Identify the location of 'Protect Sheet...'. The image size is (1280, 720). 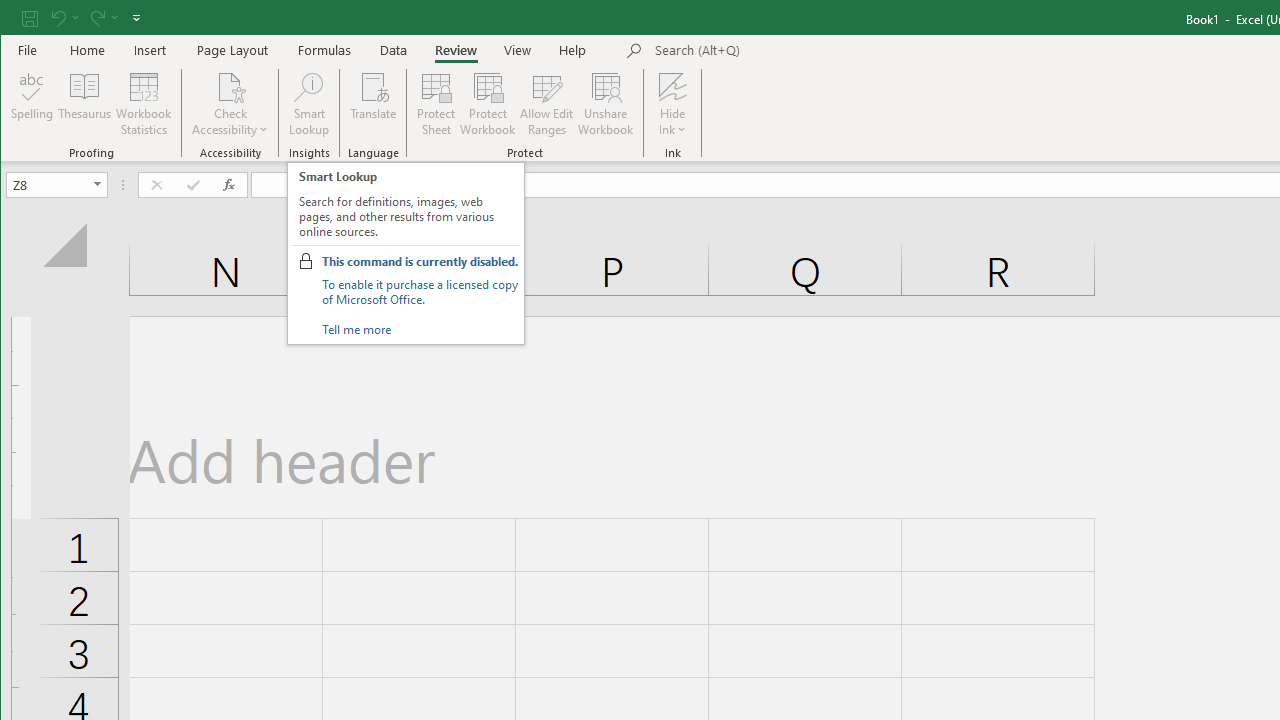
(435, 104).